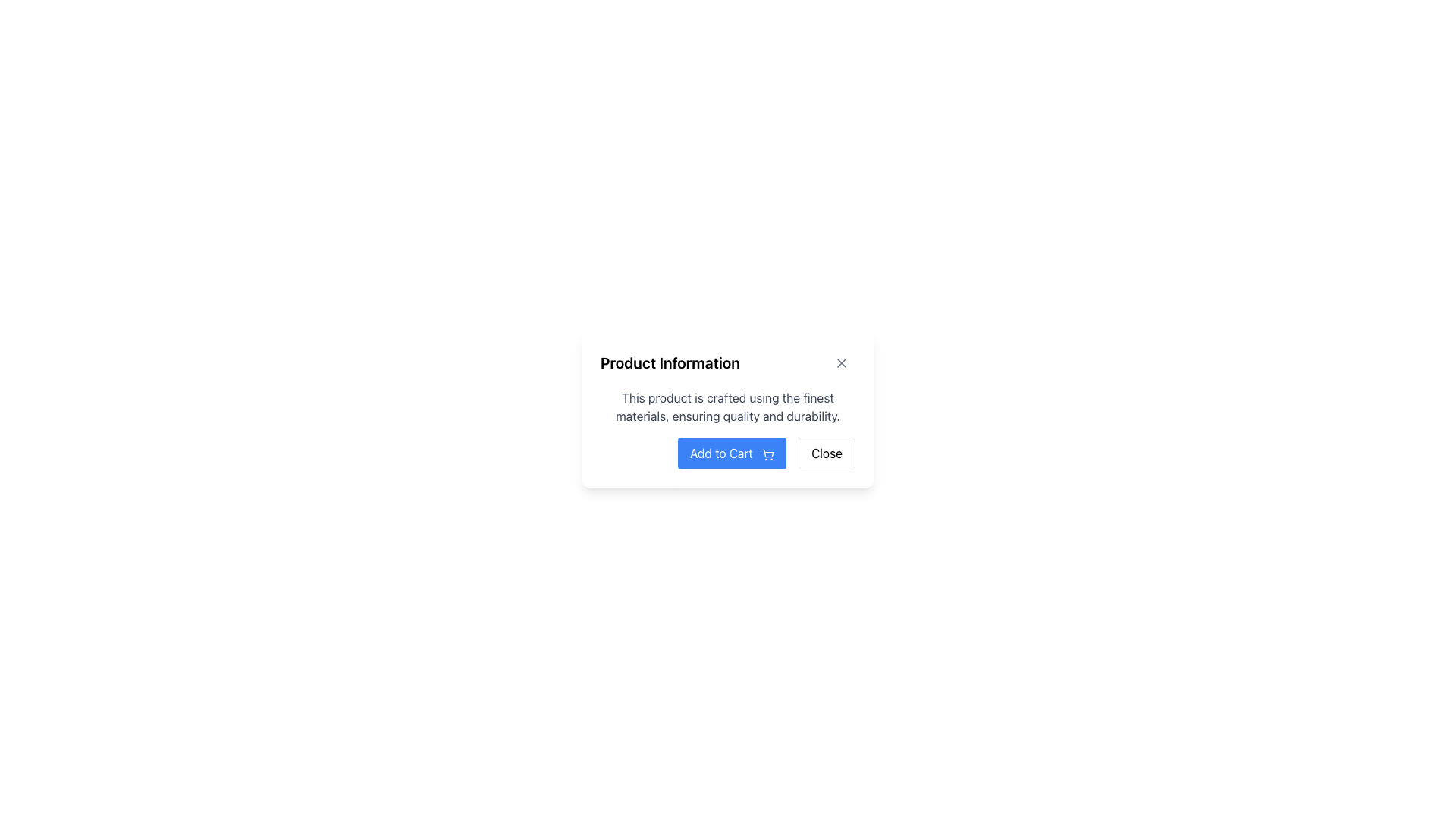  I want to click on the icon that visually represents the action of adding an item to a shopping cart, positioned to the right end of the 'Add to Cart' button in the modal dialog, so click(768, 453).